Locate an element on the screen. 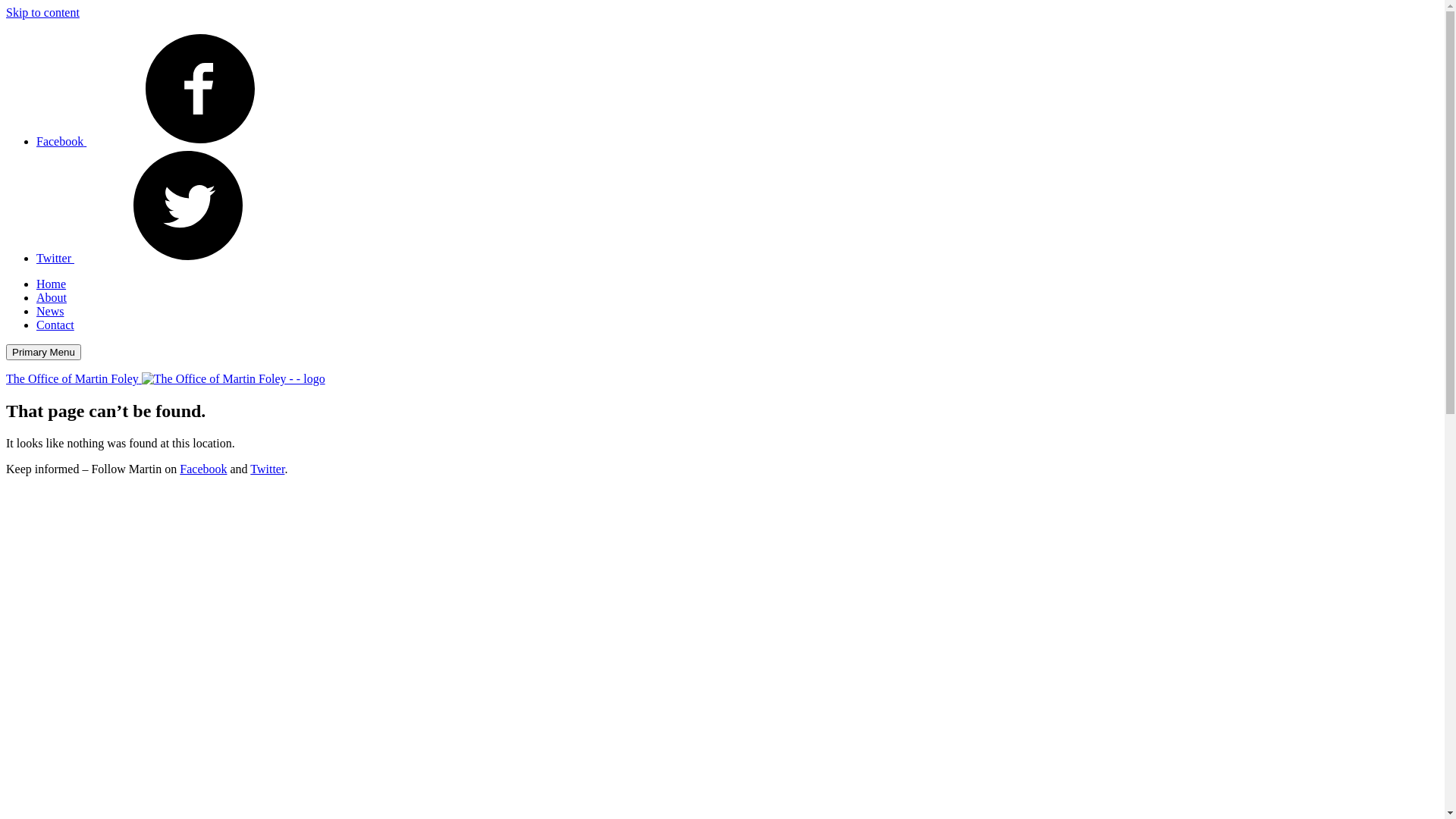 This screenshot has width=1456, height=819. 'Twitter' is located at coordinates (36, 257).